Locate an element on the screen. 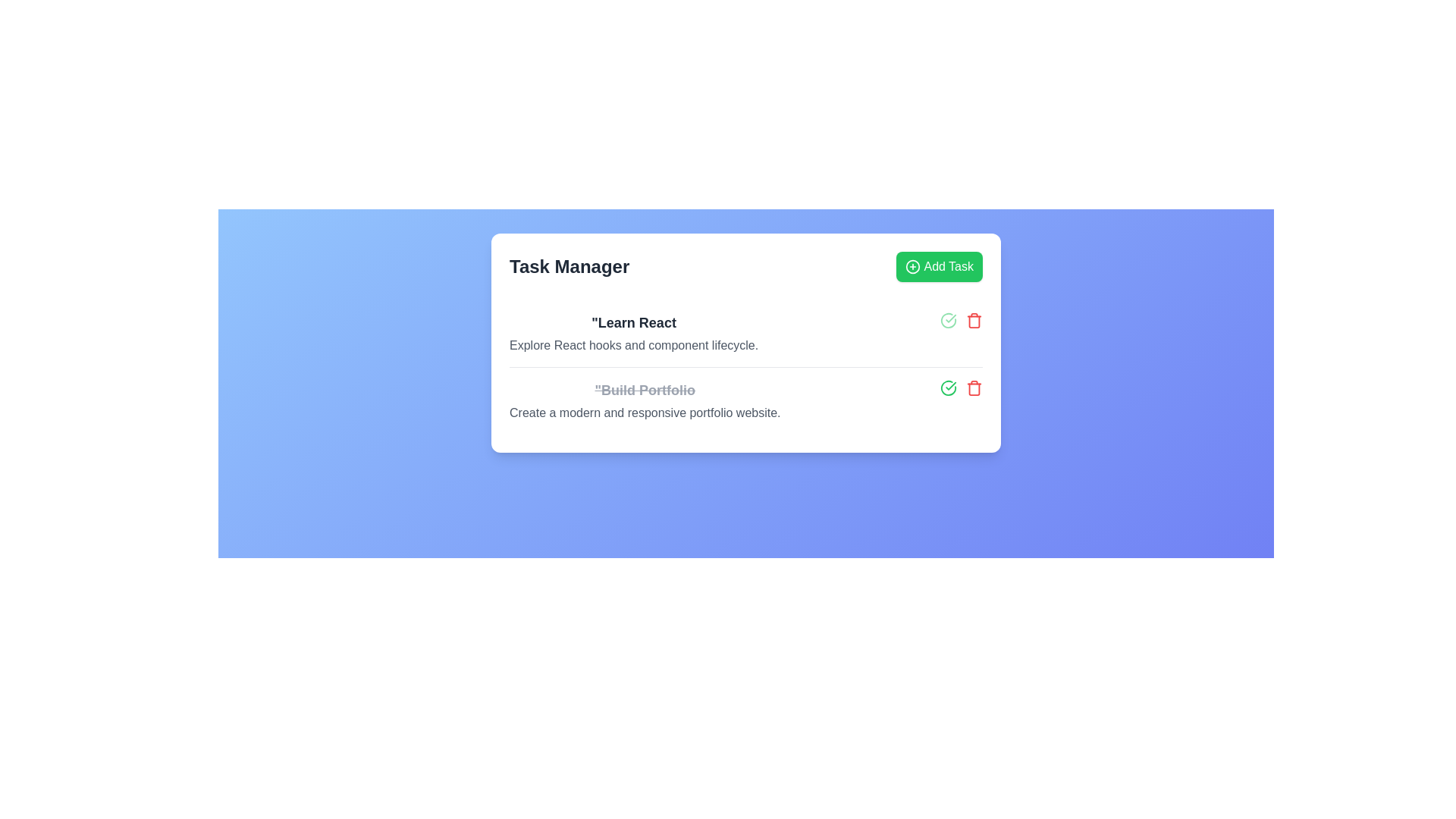  the green 'Add Task' button, which contains a circular plus icon at its center, located in the top right corner of the task management interface is located at coordinates (912, 265).